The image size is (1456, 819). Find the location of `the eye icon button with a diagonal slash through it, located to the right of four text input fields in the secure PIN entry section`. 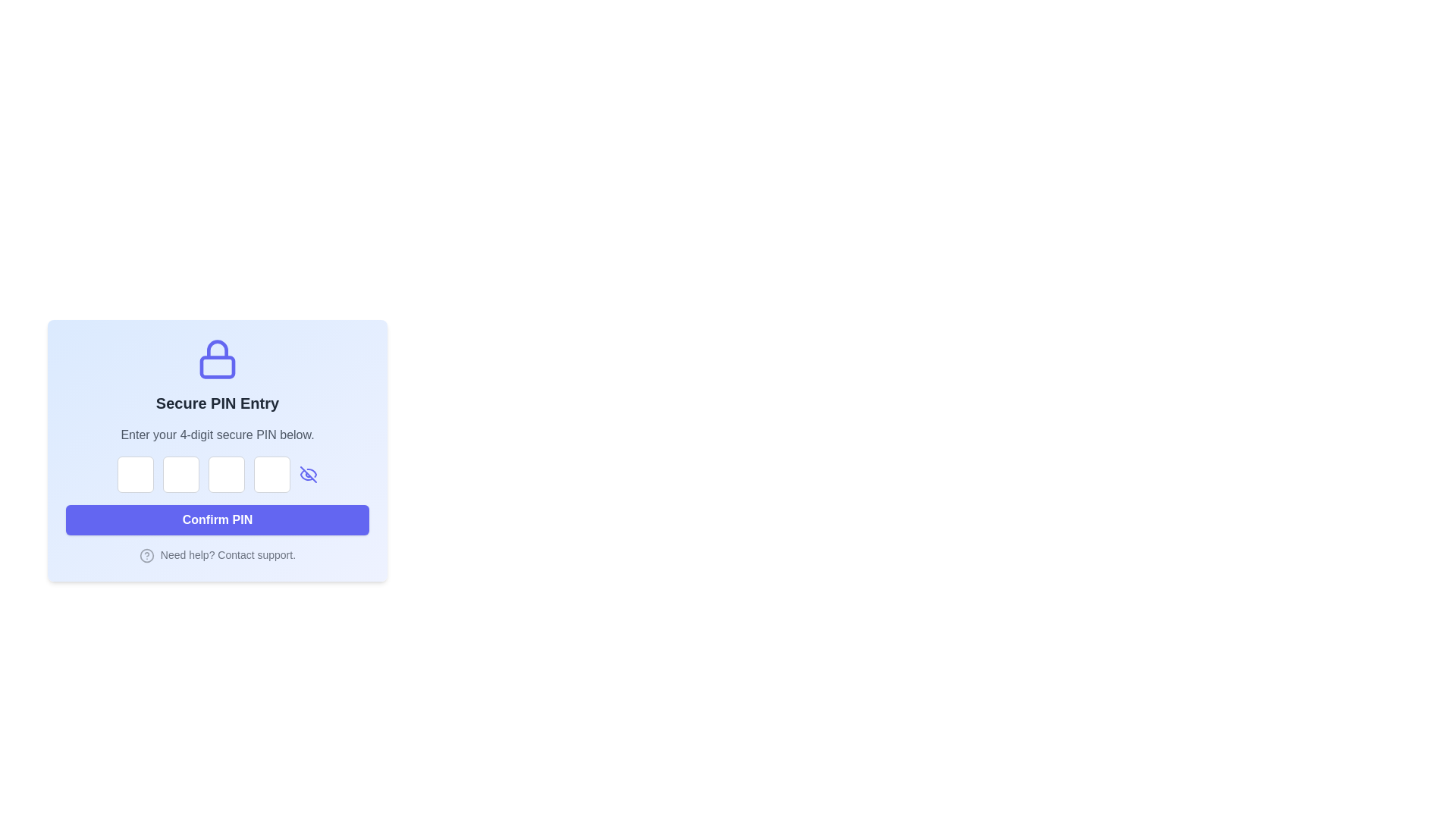

the eye icon button with a diagonal slash through it, located to the right of four text input fields in the secure PIN entry section is located at coordinates (308, 473).